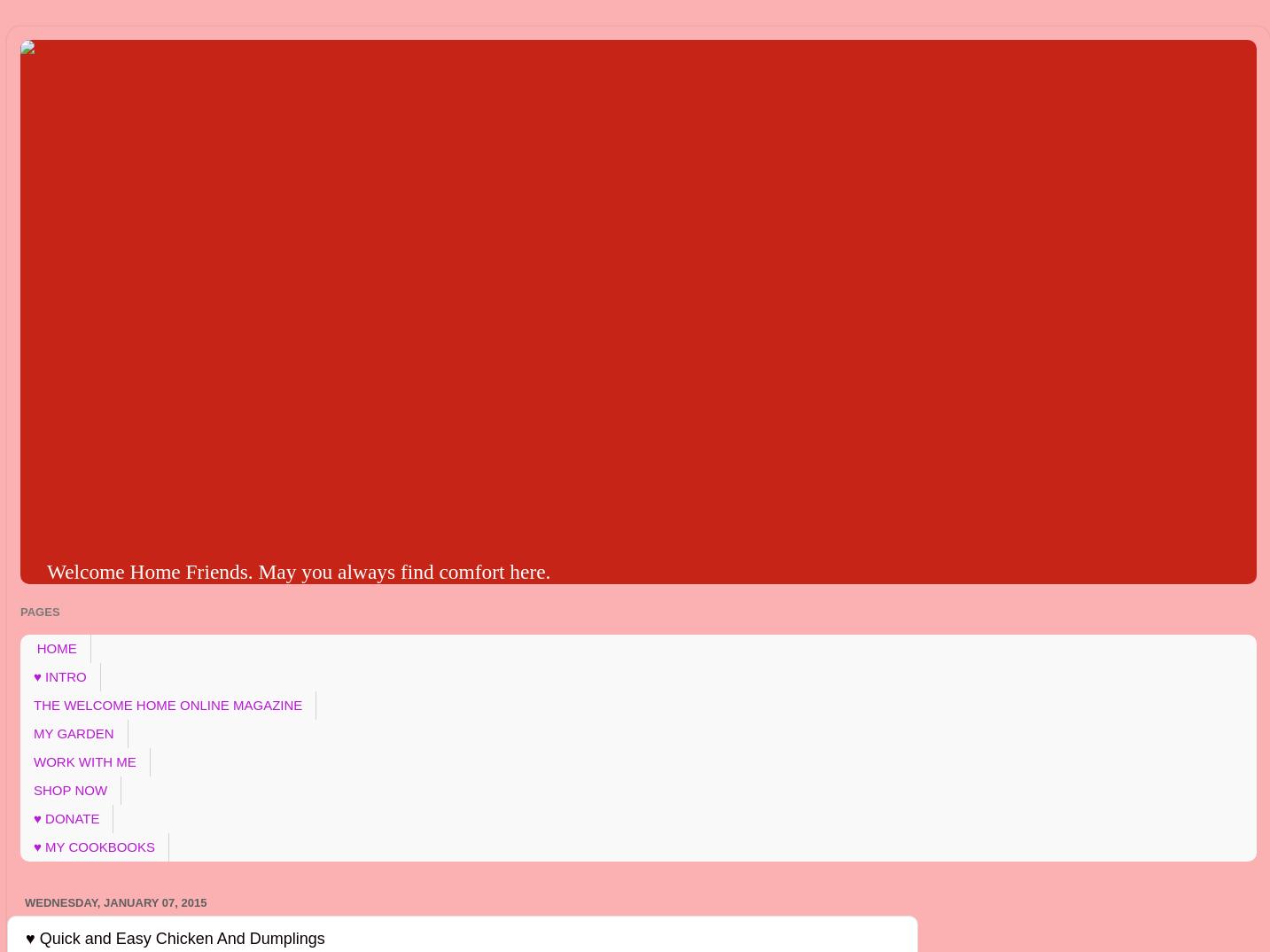  What do you see at coordinates (69, 789) in the screenshot?
I see `'SHOP NOW'` at bounding box center [69, 789].